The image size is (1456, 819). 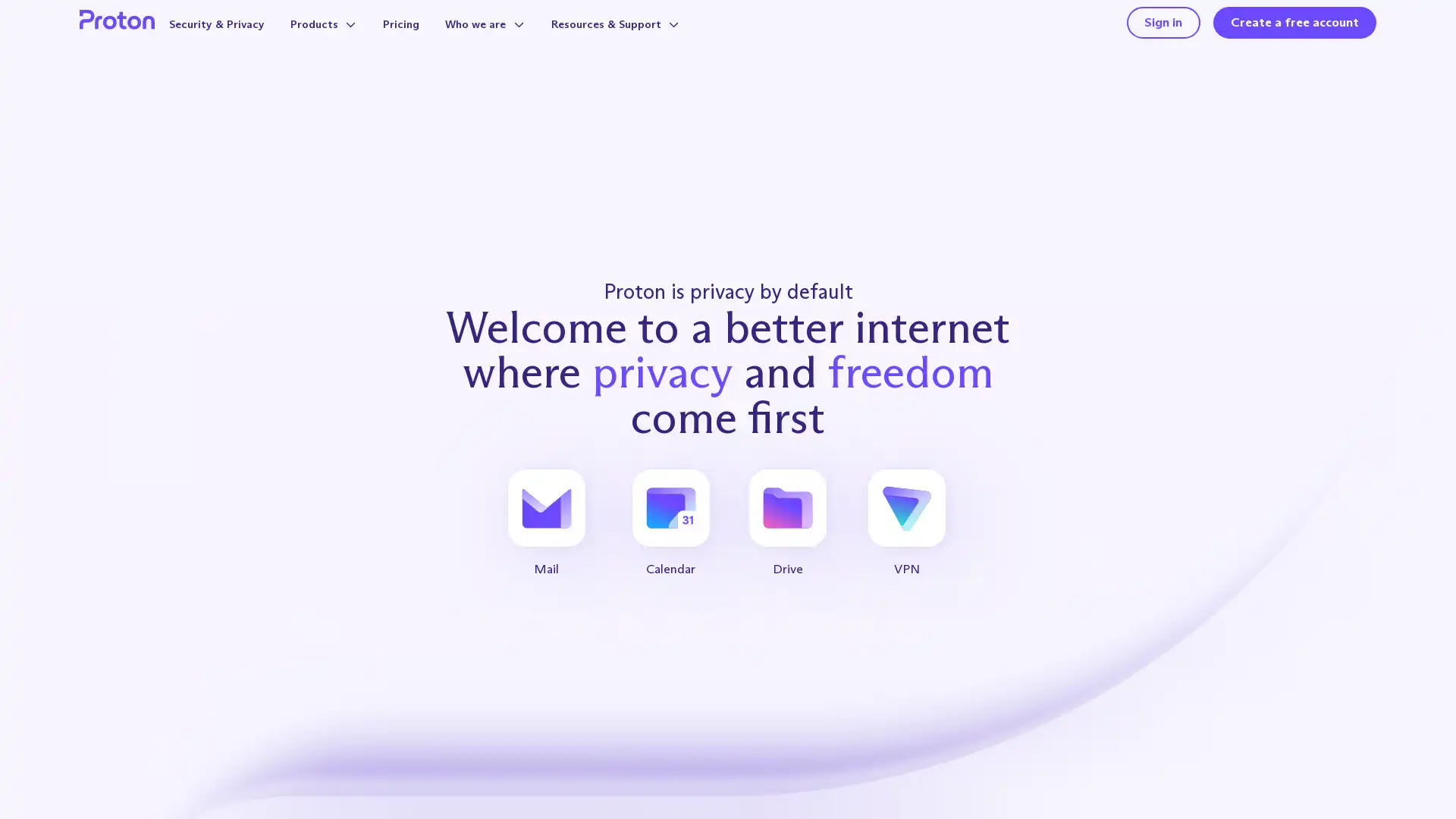 I want to click on Who we are, so click(x=515, y=39).